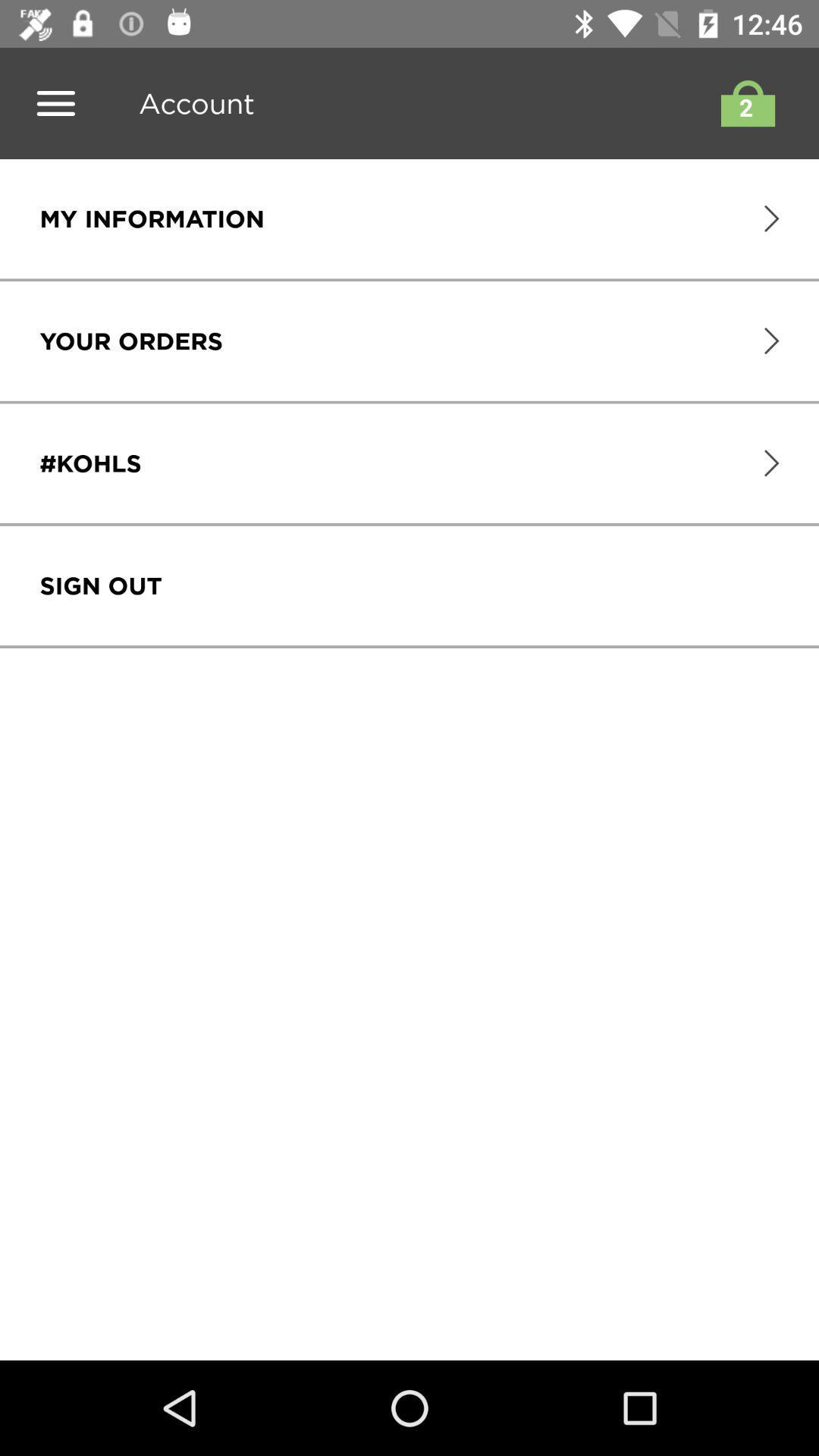 This screenshot has height=1456, width=819. I want to click on the item above my information icon, so click(190, 102).